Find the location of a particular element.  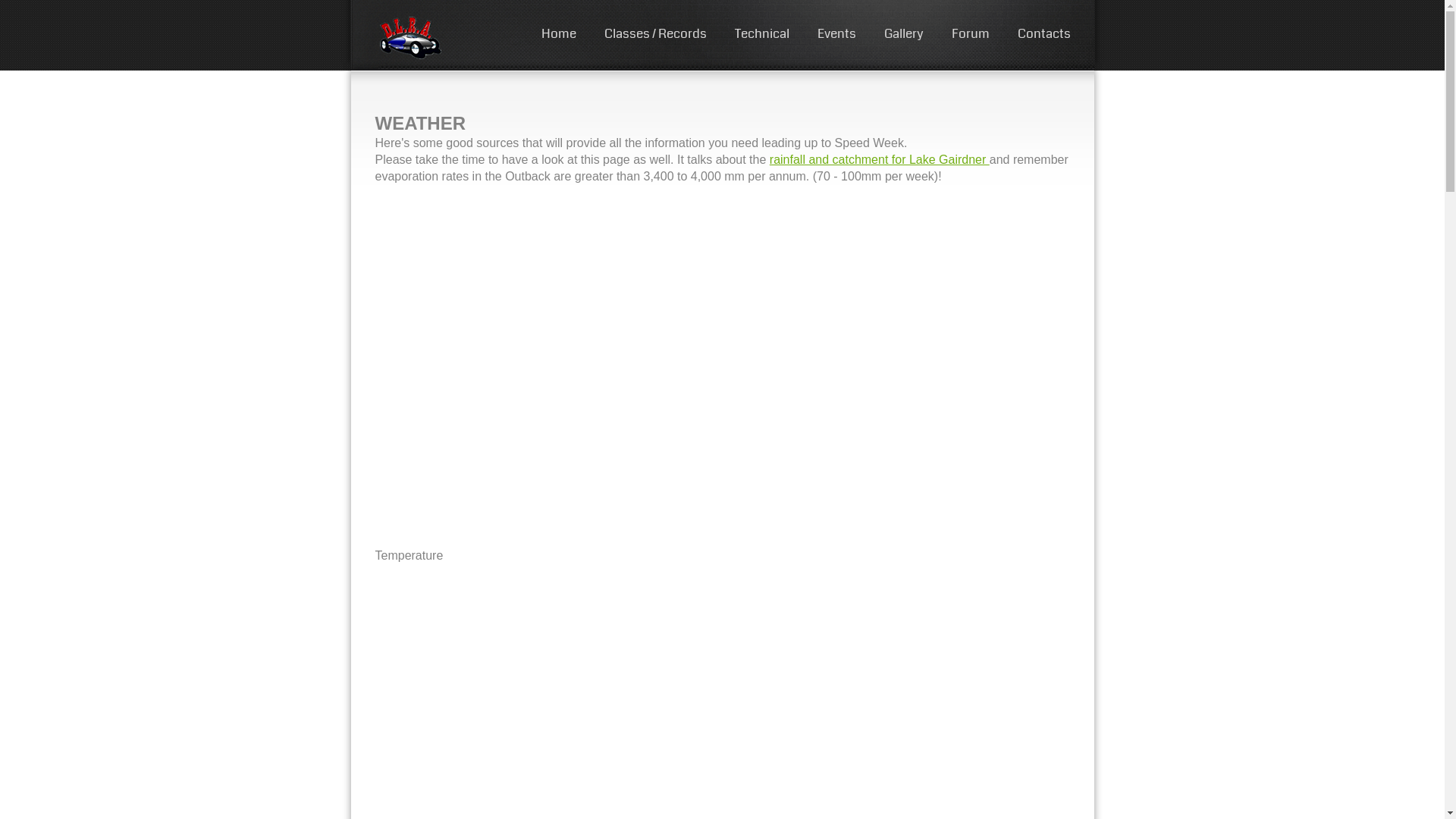

'Forum' is located at coordinates (949, 33).